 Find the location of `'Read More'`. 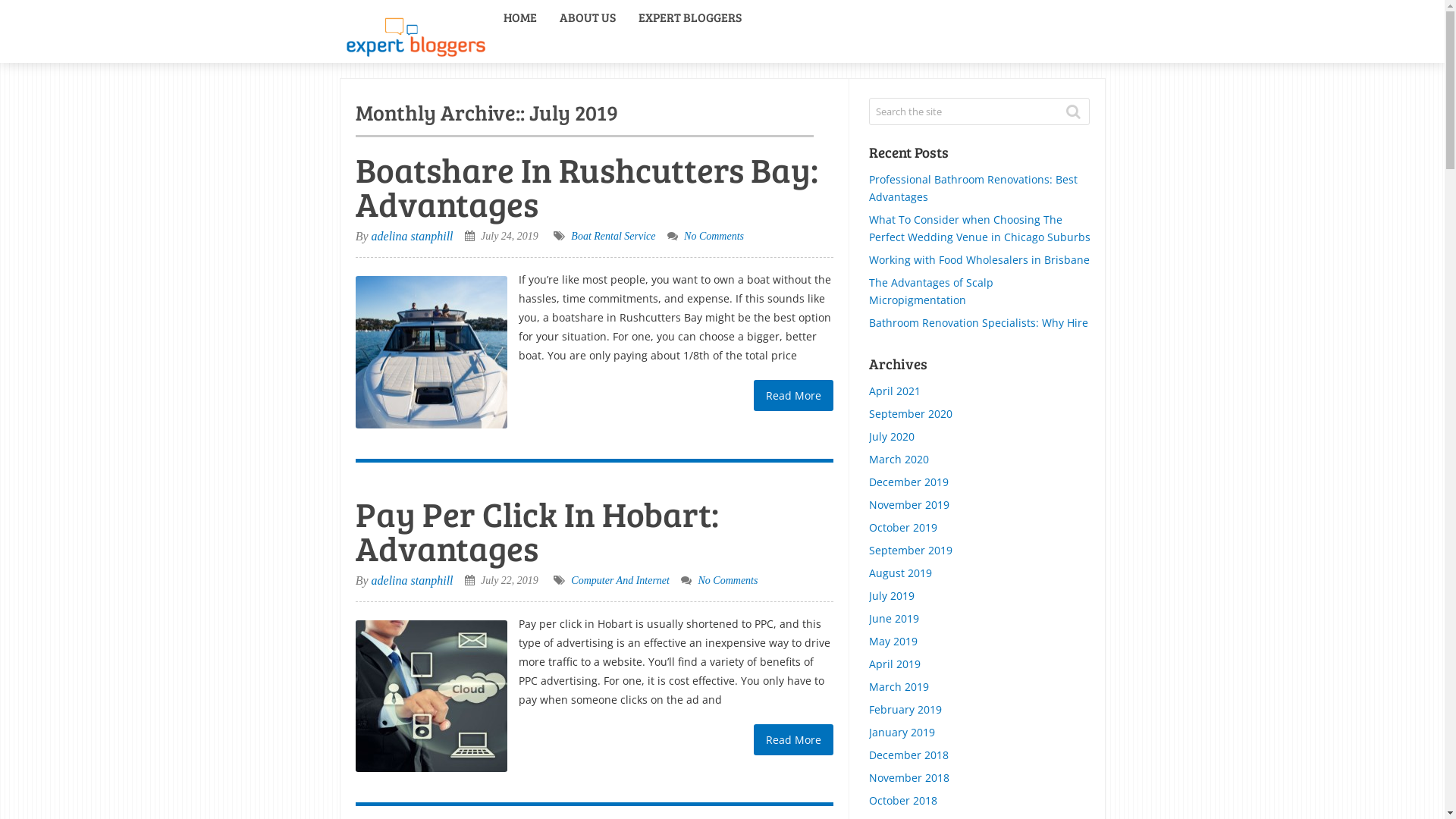

'Read More' is located at coordinates (792, 394).